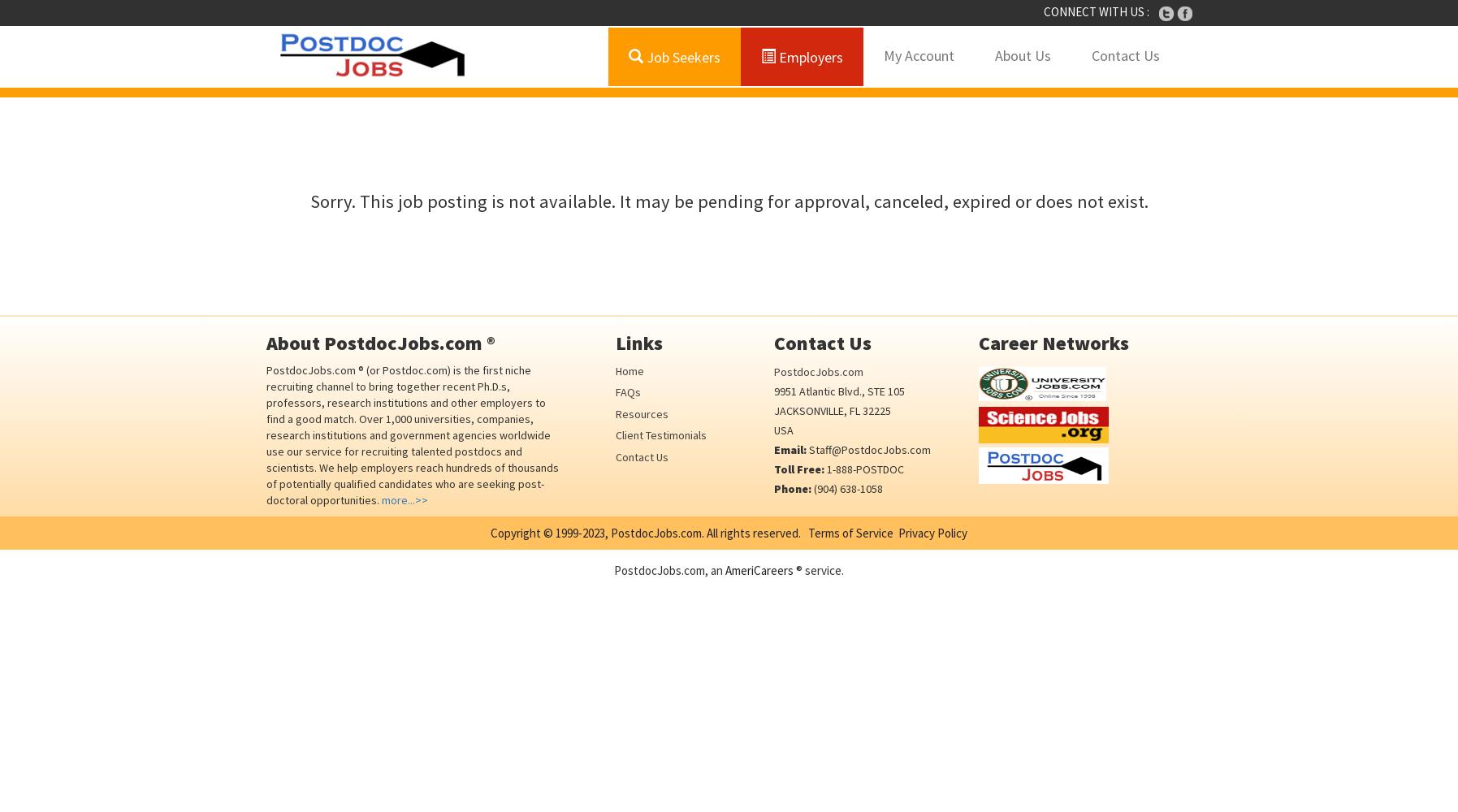 The height and width of the screenshot is (812, 1458). What do you see at coordinates (759, 569) in the screenshot?
I see `'AmeriCareers'` at bounding box center [759, 569].